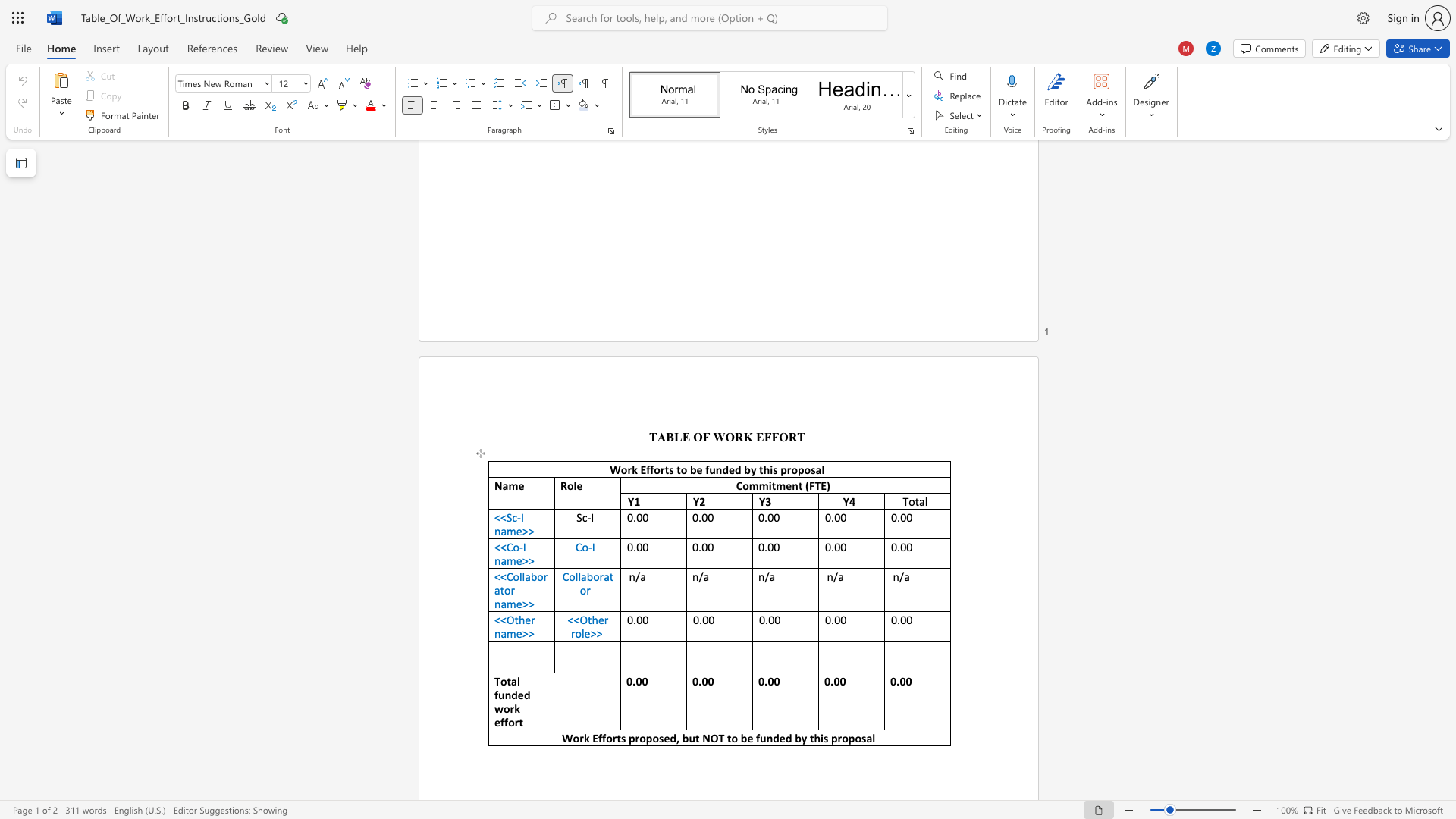 The height and width of the screenshot is (819, 1456). Describe the element at coordinates (615, 469) in the screenshot. I see `the 1th character "W" in the text` at that location.